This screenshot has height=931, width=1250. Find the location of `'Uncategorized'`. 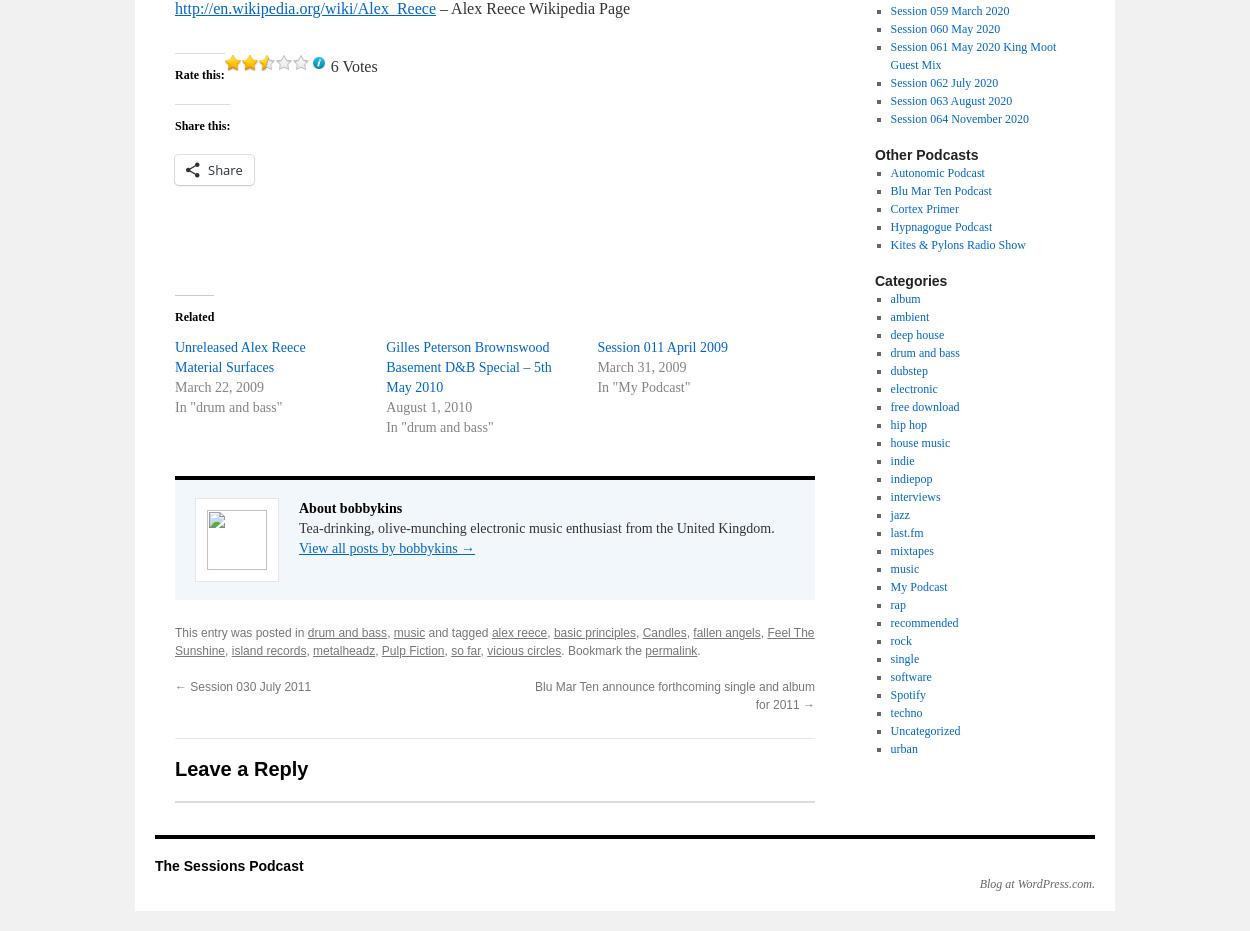

'Uncategorized' is located at coordinates (890, 730).